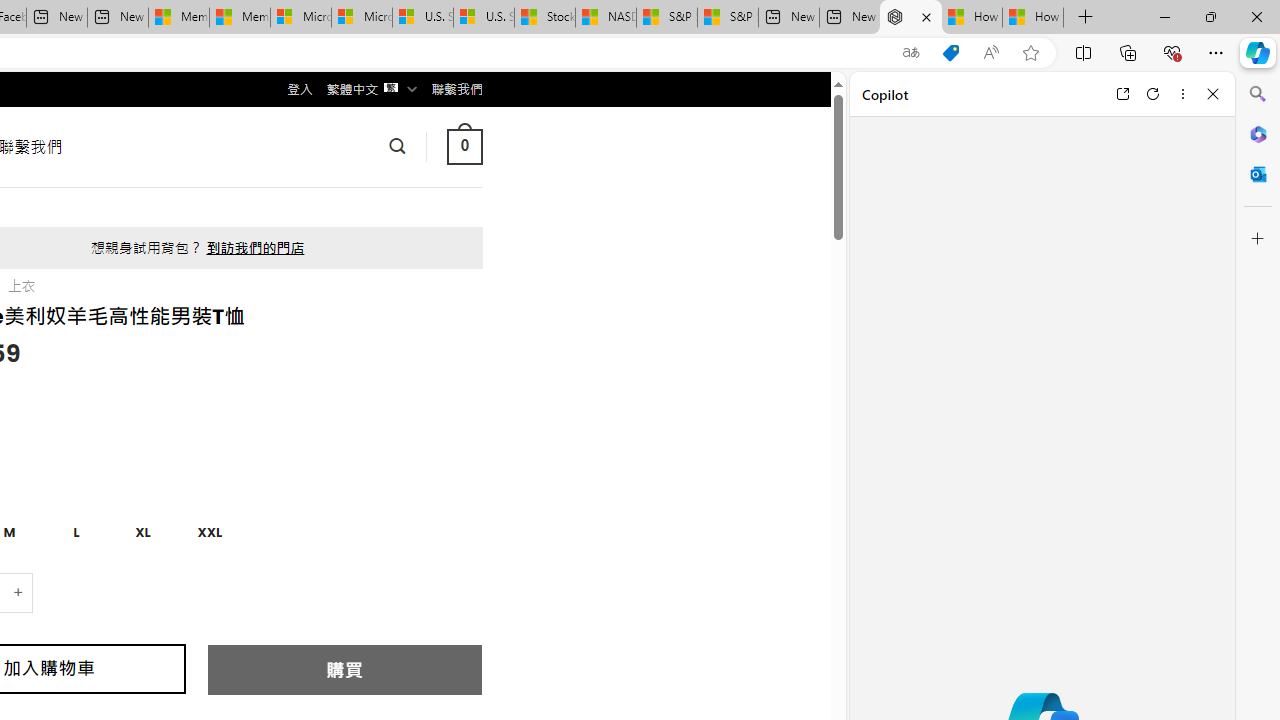 Image resolution: width=1280 pixels, height=720 pixels. What do you see at coordinates (463, 145) in the screenshot?
I see `'  0  '` at bounding box center [463, 145].